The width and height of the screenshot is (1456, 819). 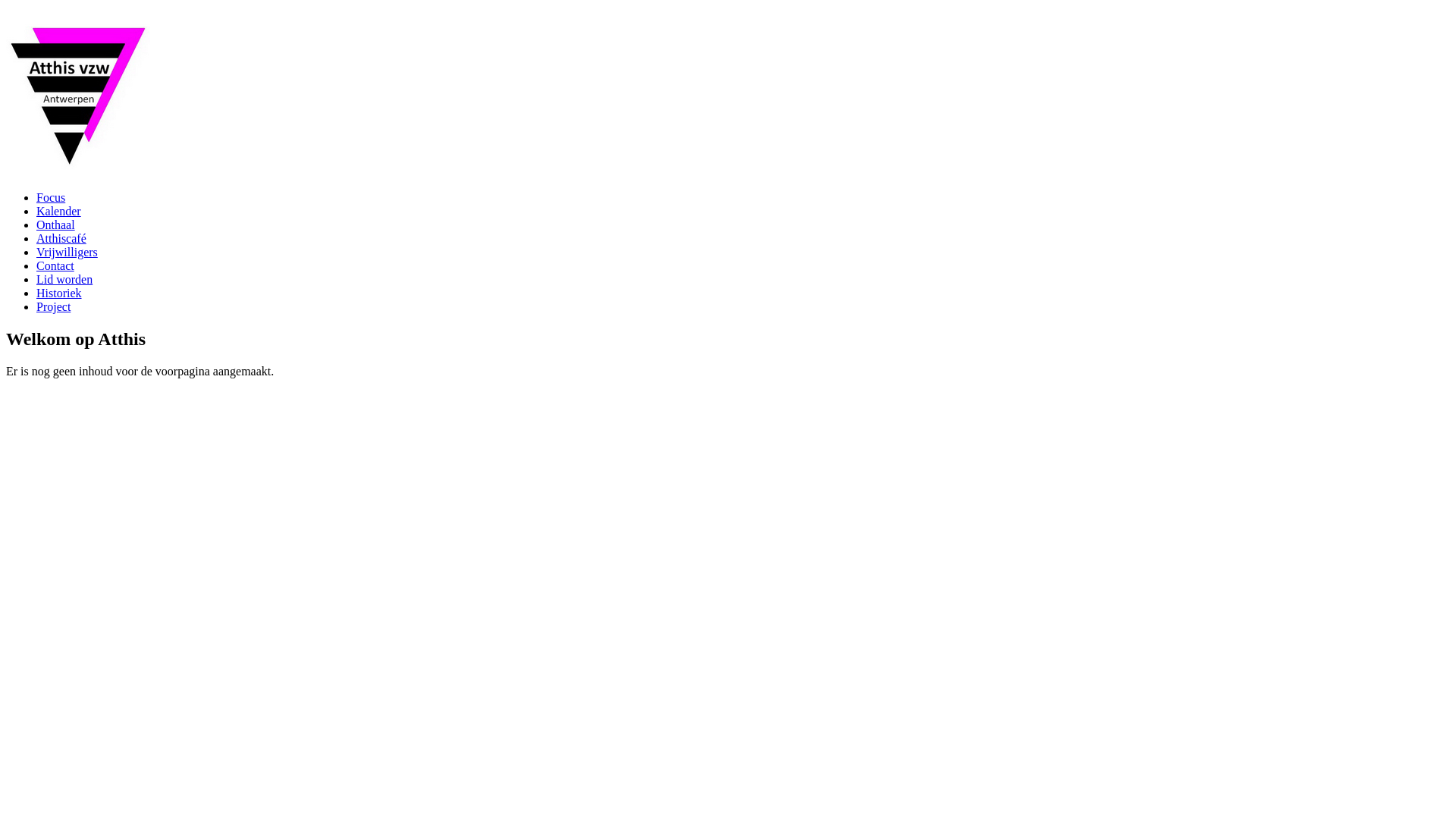 What do you see at coordinates (55, 265) in the screenshot?
I see `'Contact'` at bounding box center [55, 265].